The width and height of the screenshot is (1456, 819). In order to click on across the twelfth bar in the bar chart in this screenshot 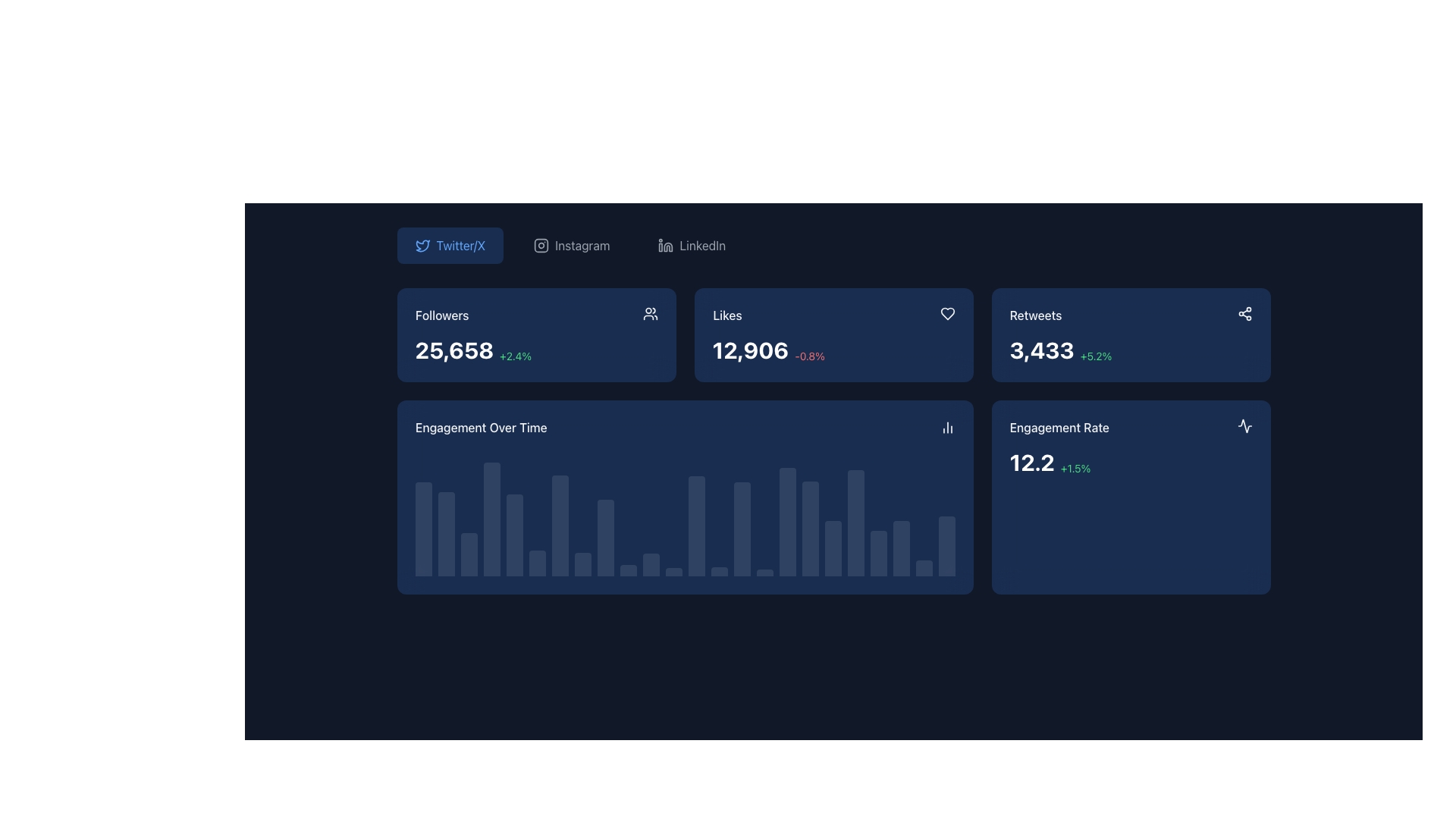, I will do `click(673, 572)`.